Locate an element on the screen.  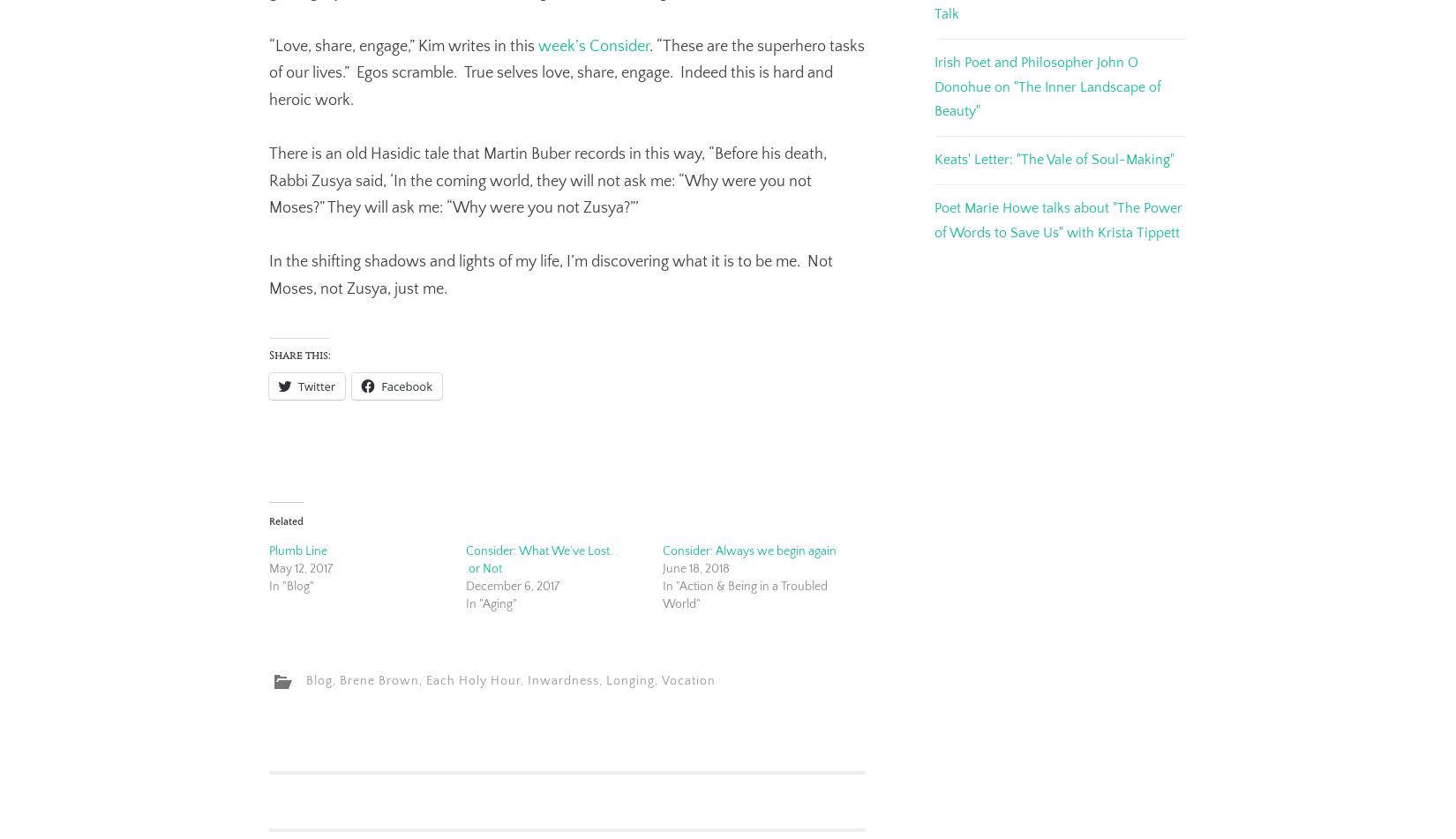
'. “These are the superhero tasks of our lives.”  Egos scramble.  True selves love, share, engage.  Indeed this is hard and heroic work.' is located at coordinates (268, 72).